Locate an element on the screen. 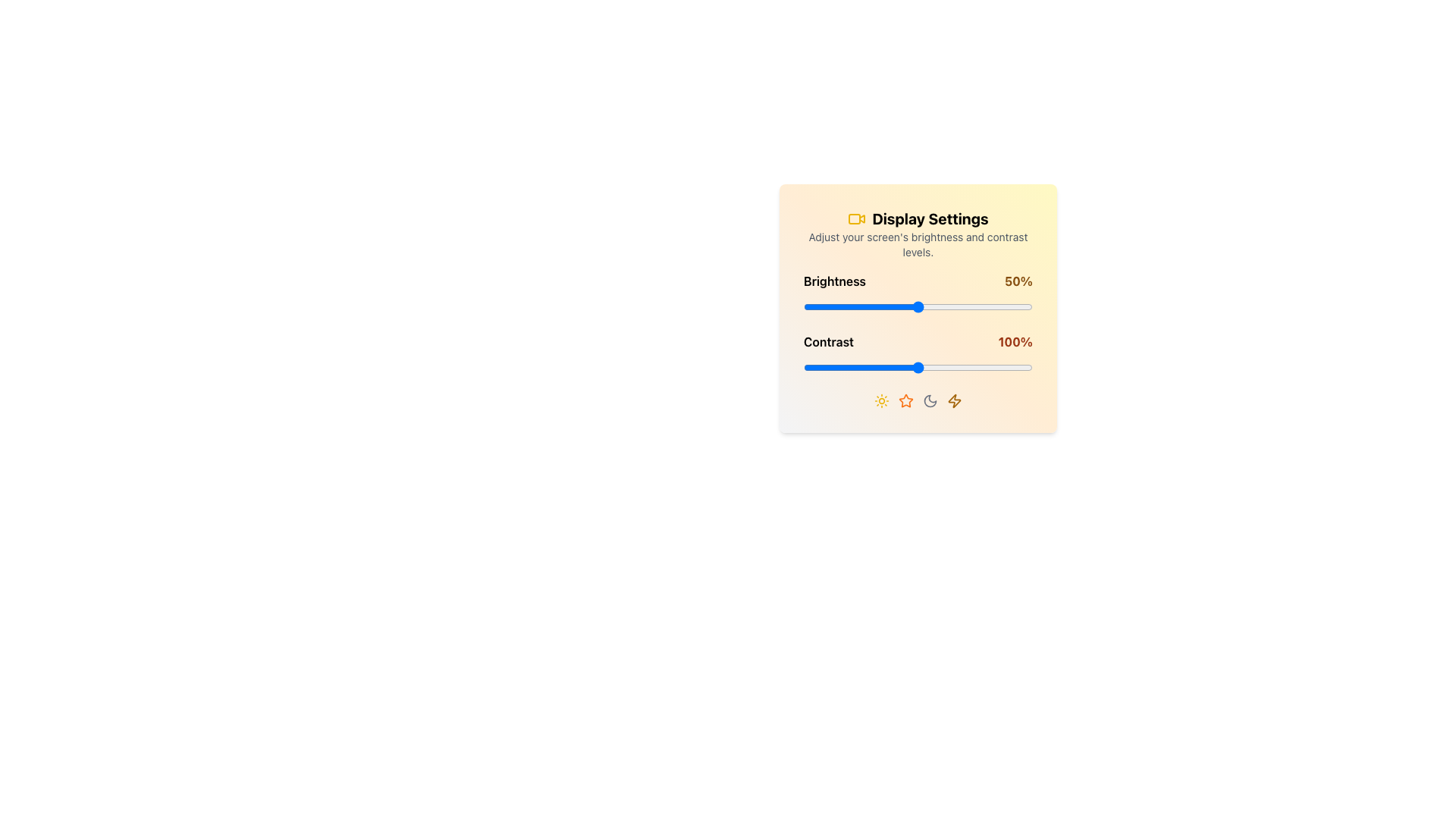  the 'Display Settings' informational header block is located at coordinates (917, 234).